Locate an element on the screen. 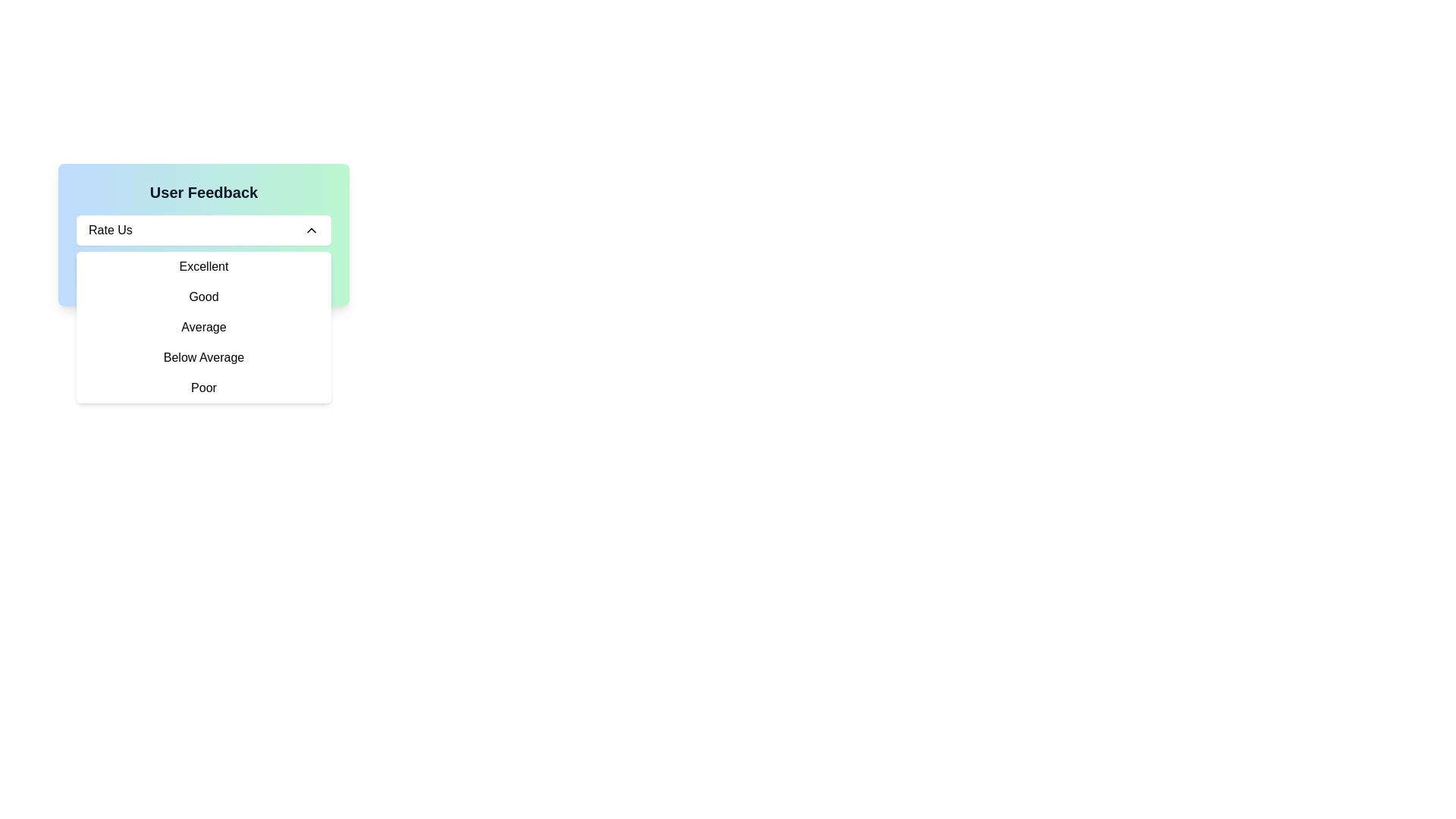 The width and height of the screenshot is (1456, 819). the 'Poor' option in the feedback dropdown menu is located at coordinates (202, 388).